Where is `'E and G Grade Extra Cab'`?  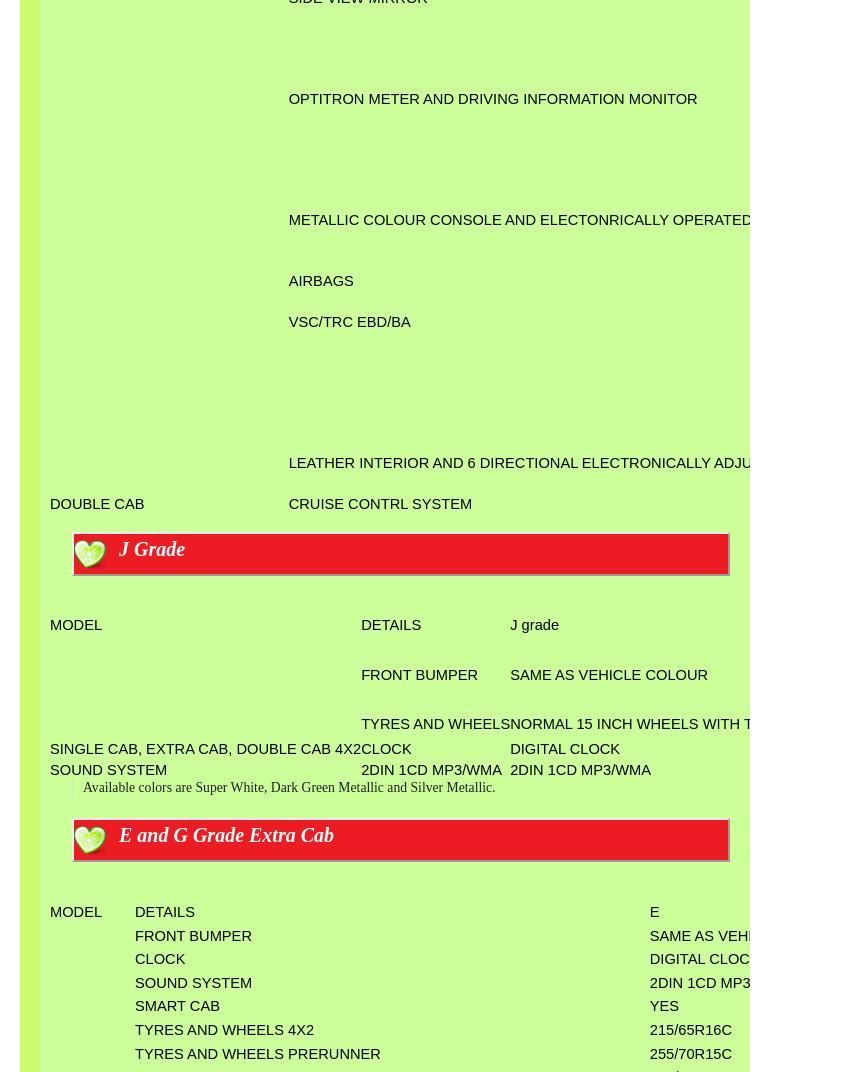 'E and G Grade Extra Cab' is located at coordinates (225, 833).